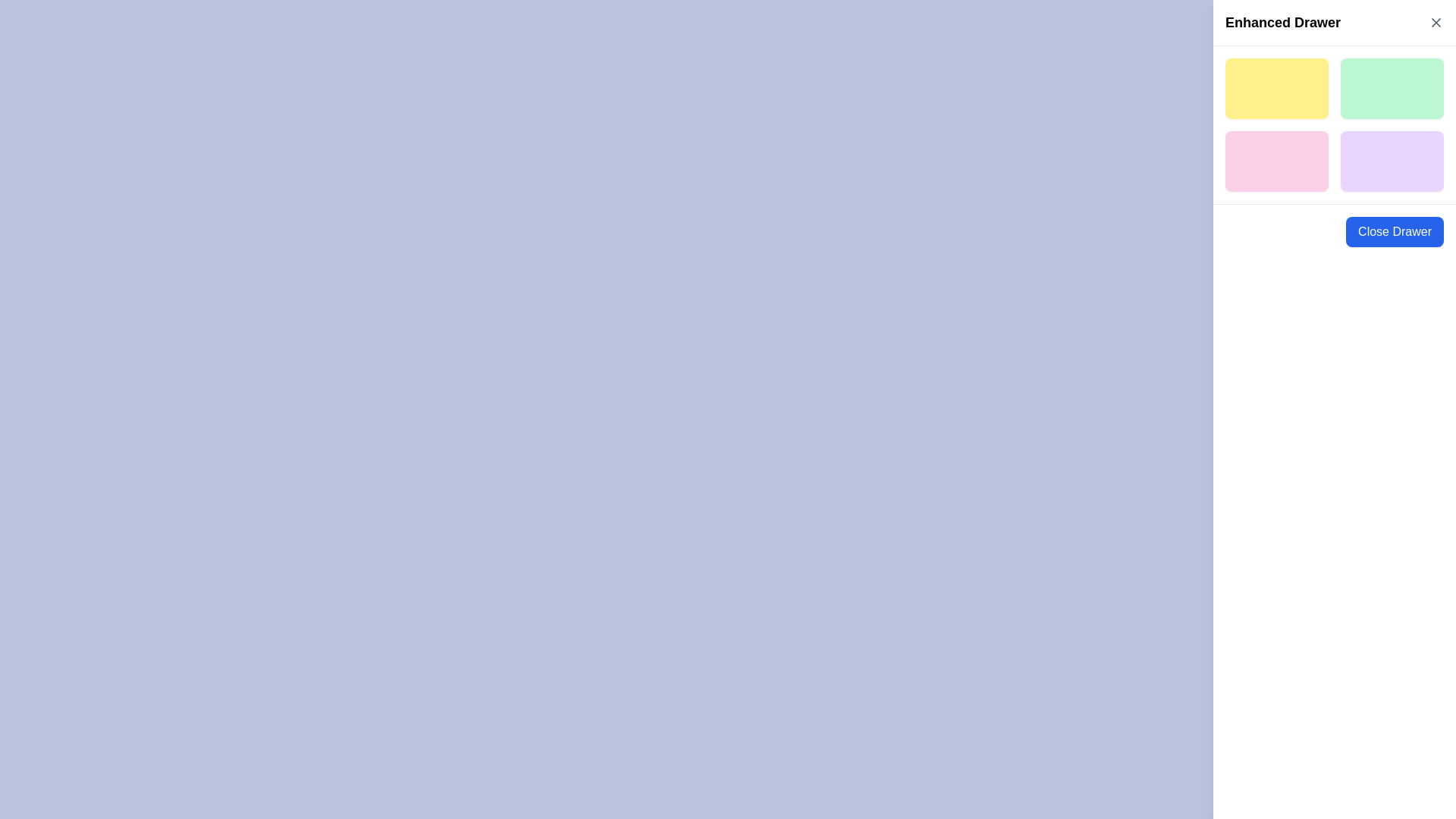 This screenshot has width=1456, height=819. What do you see at coordinates (1395, 231) in the screenshot?
I see `the 'Close Drawer' button, which is a rectangular button with white text on a bright blue background, located at the bottom-right area of the 'Enhanced Drawer' panel` at bounding box center [1395, 231].